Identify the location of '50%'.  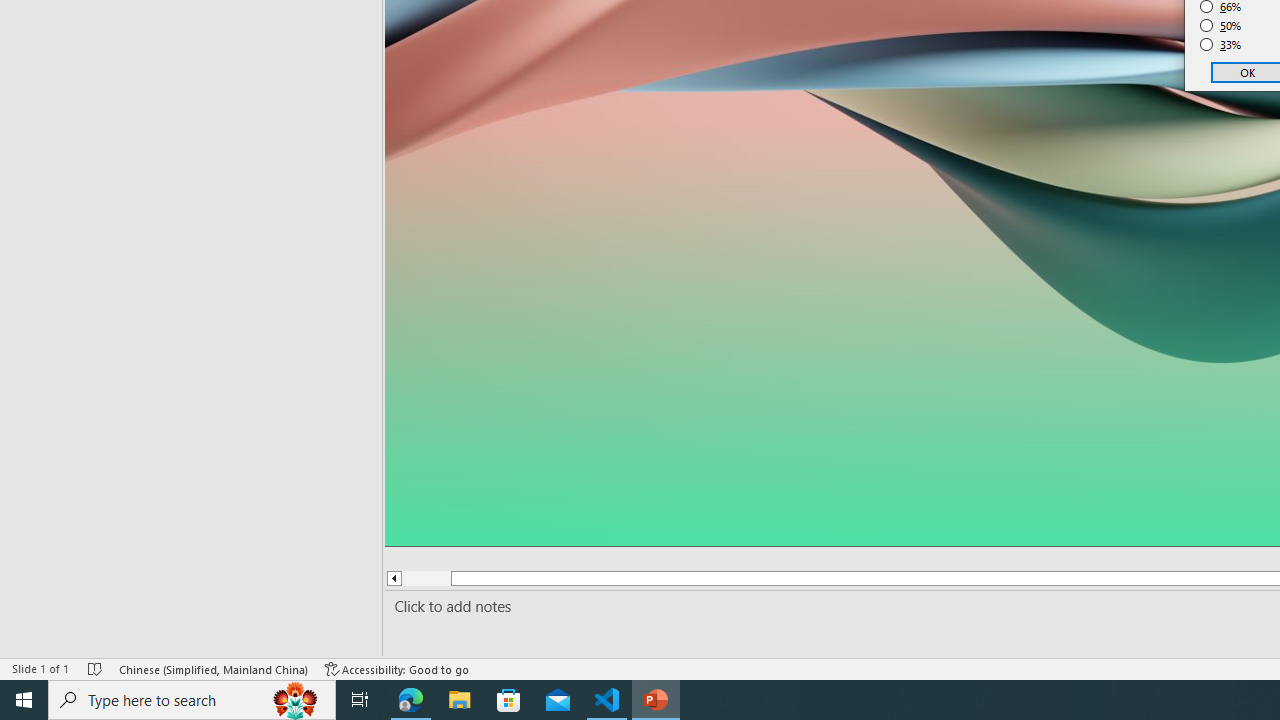
(1220, 25).